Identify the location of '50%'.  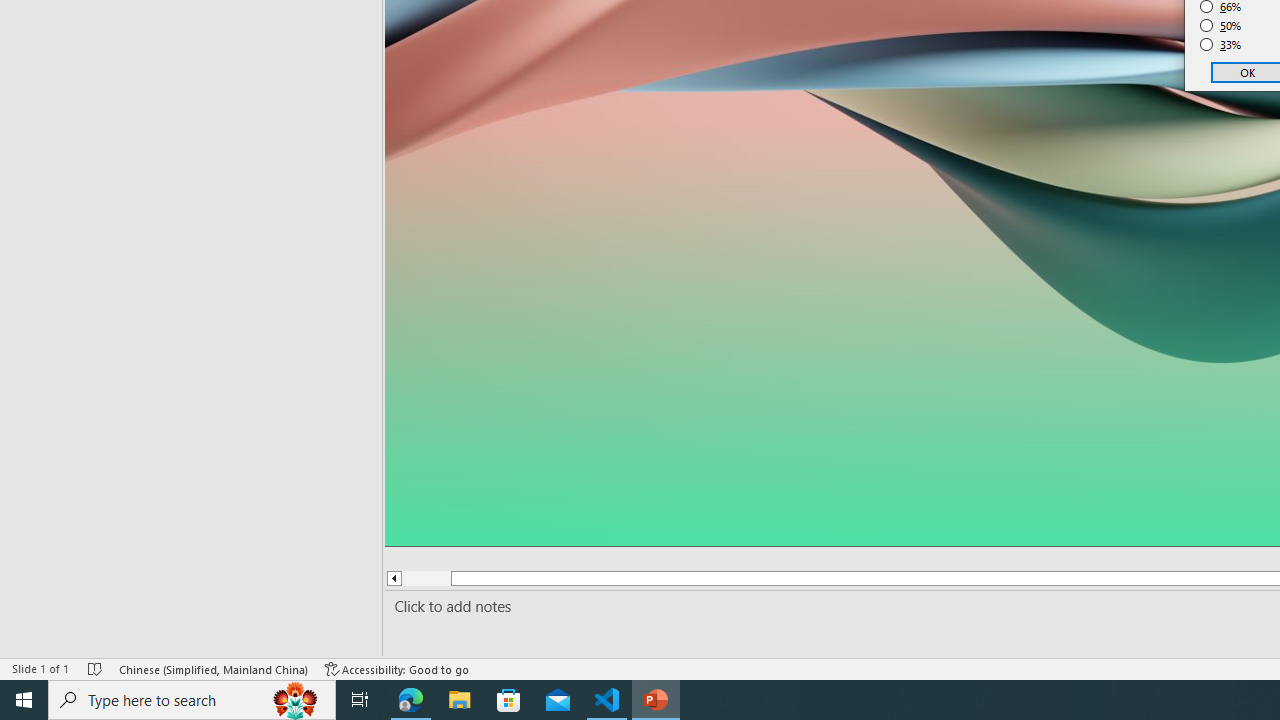
(1220, 25).